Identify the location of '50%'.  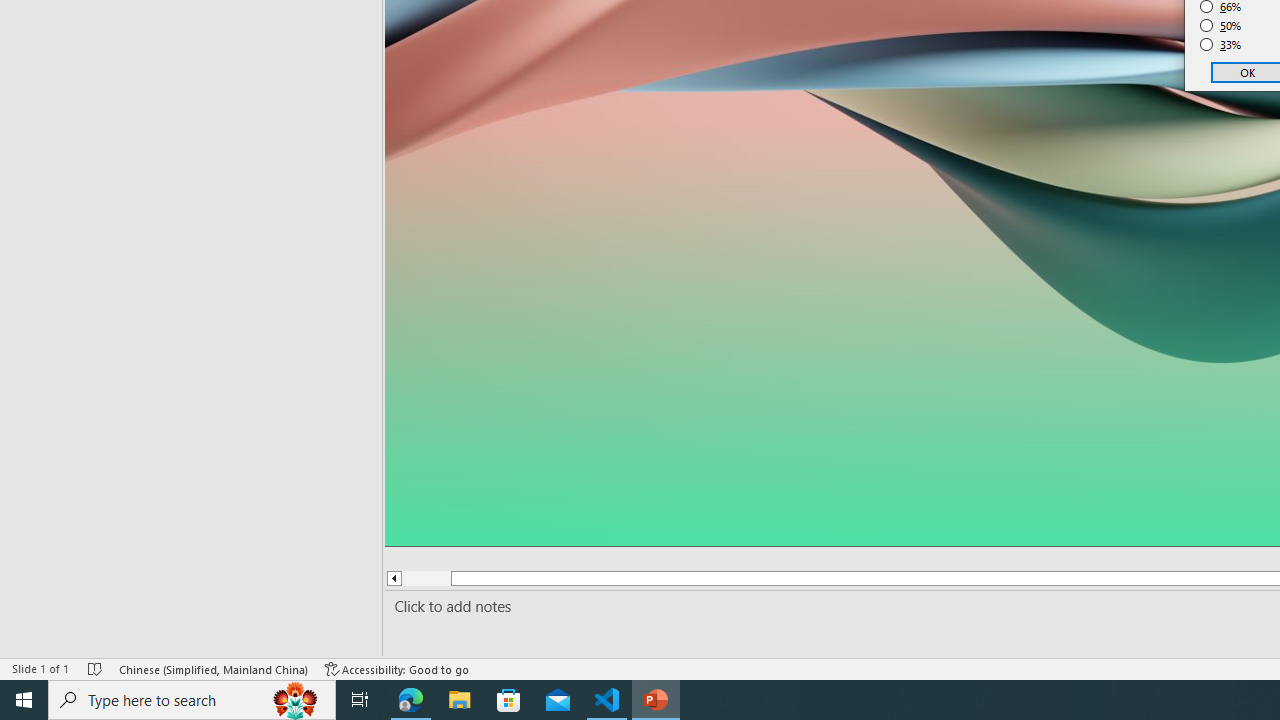
(1220, 25).